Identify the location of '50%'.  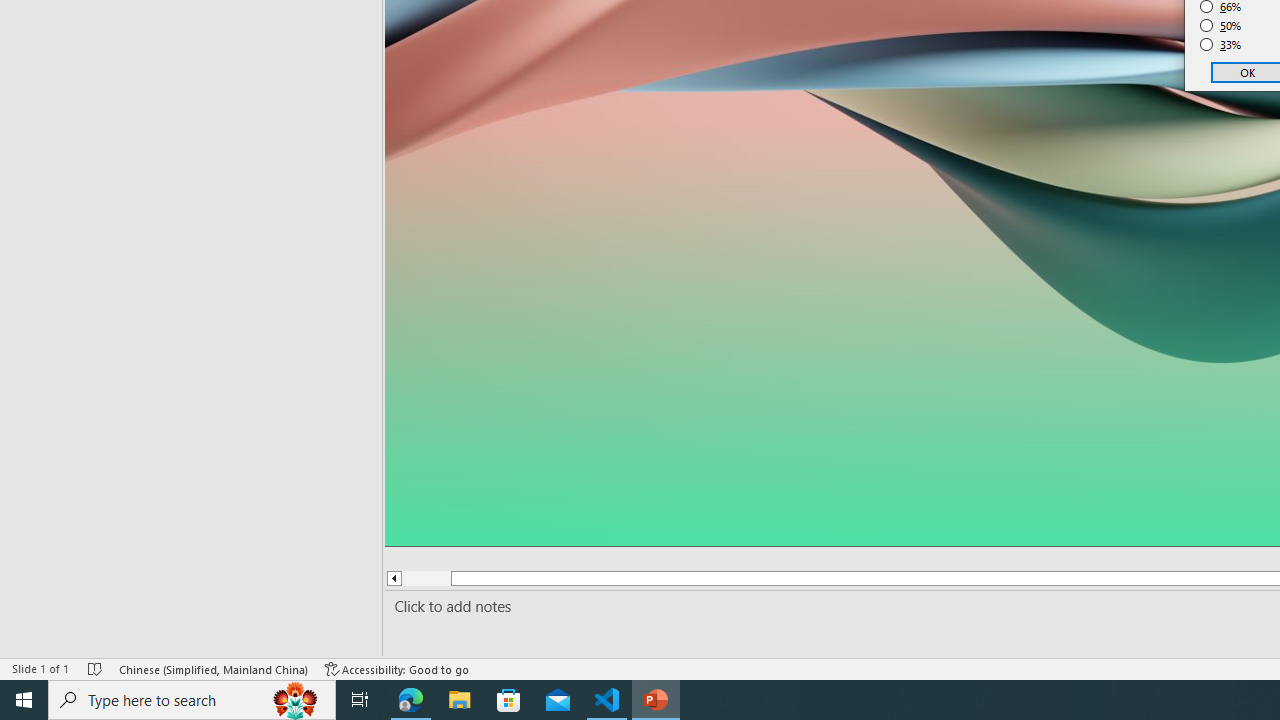
(1220, 25).